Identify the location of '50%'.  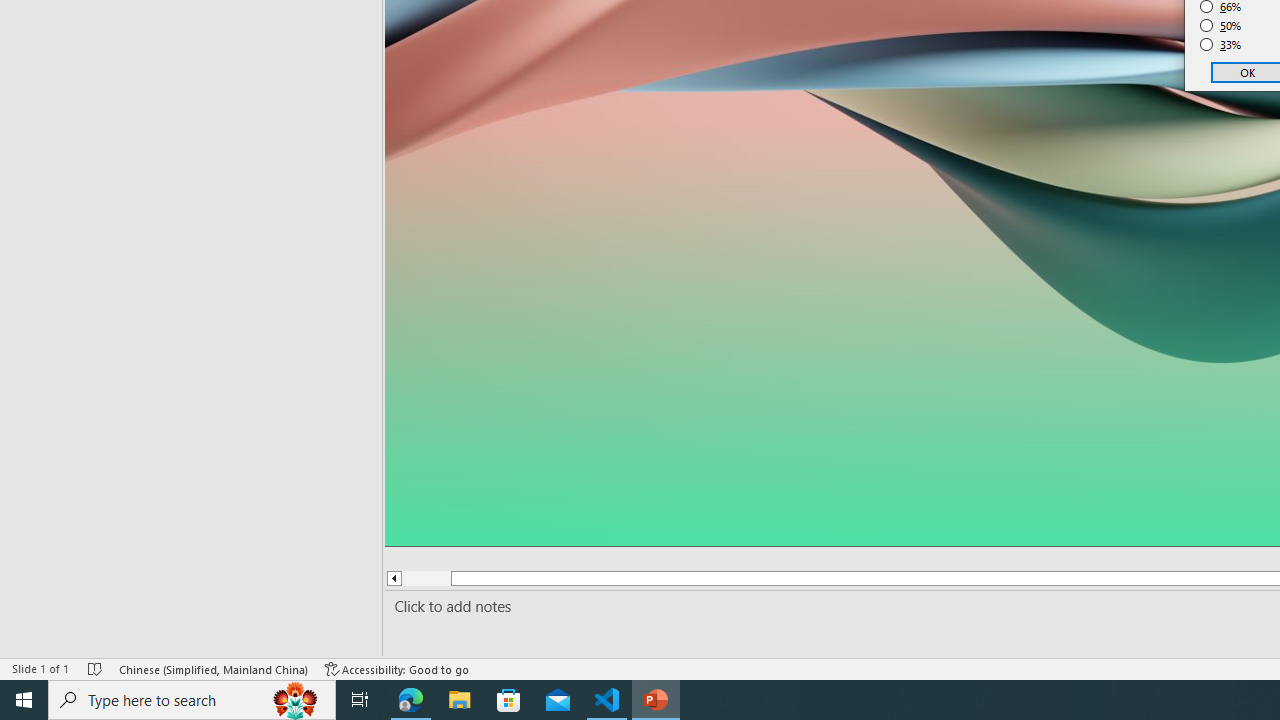
(1220, 25).